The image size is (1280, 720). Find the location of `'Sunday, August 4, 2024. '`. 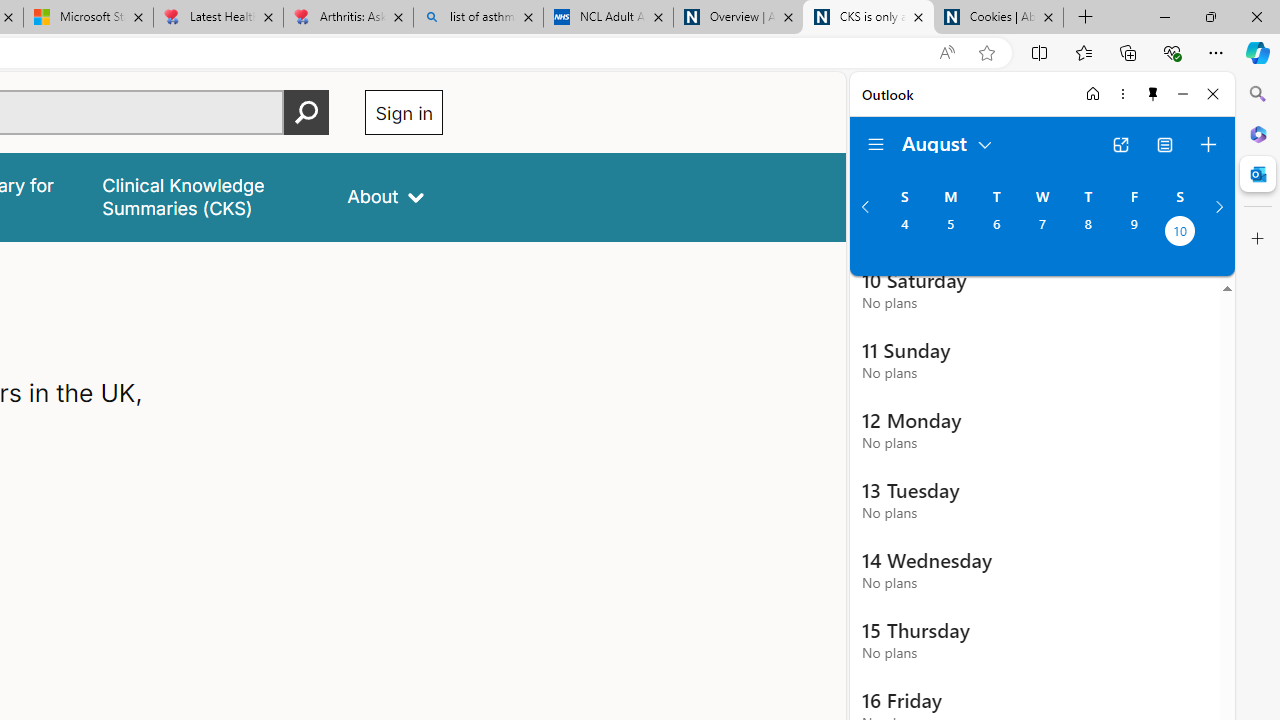

'Sunday, August 4, 2024. ' is located at coordinates (903, 232).